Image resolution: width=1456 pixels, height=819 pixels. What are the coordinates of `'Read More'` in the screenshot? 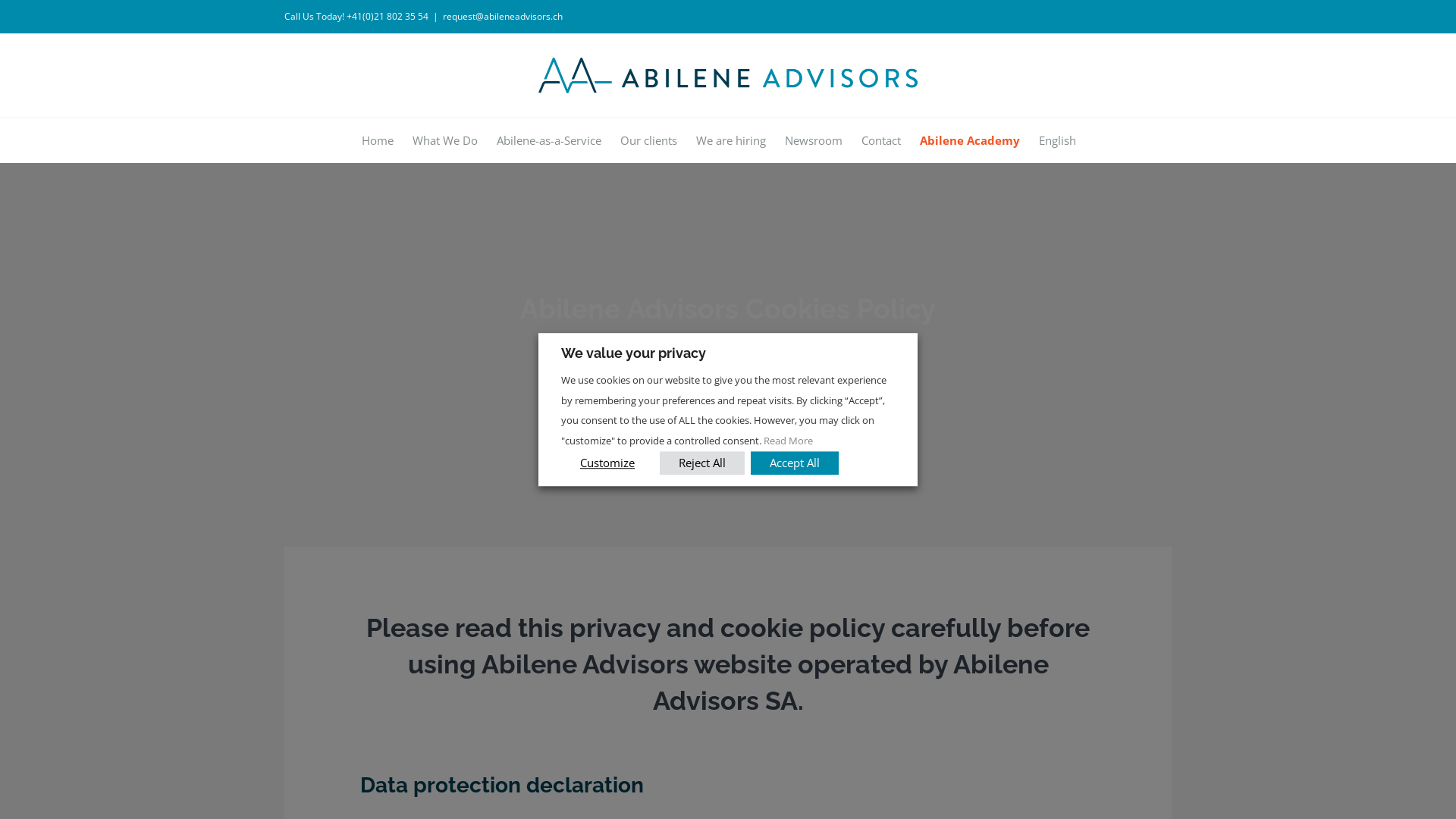 It's located at (788, 441).